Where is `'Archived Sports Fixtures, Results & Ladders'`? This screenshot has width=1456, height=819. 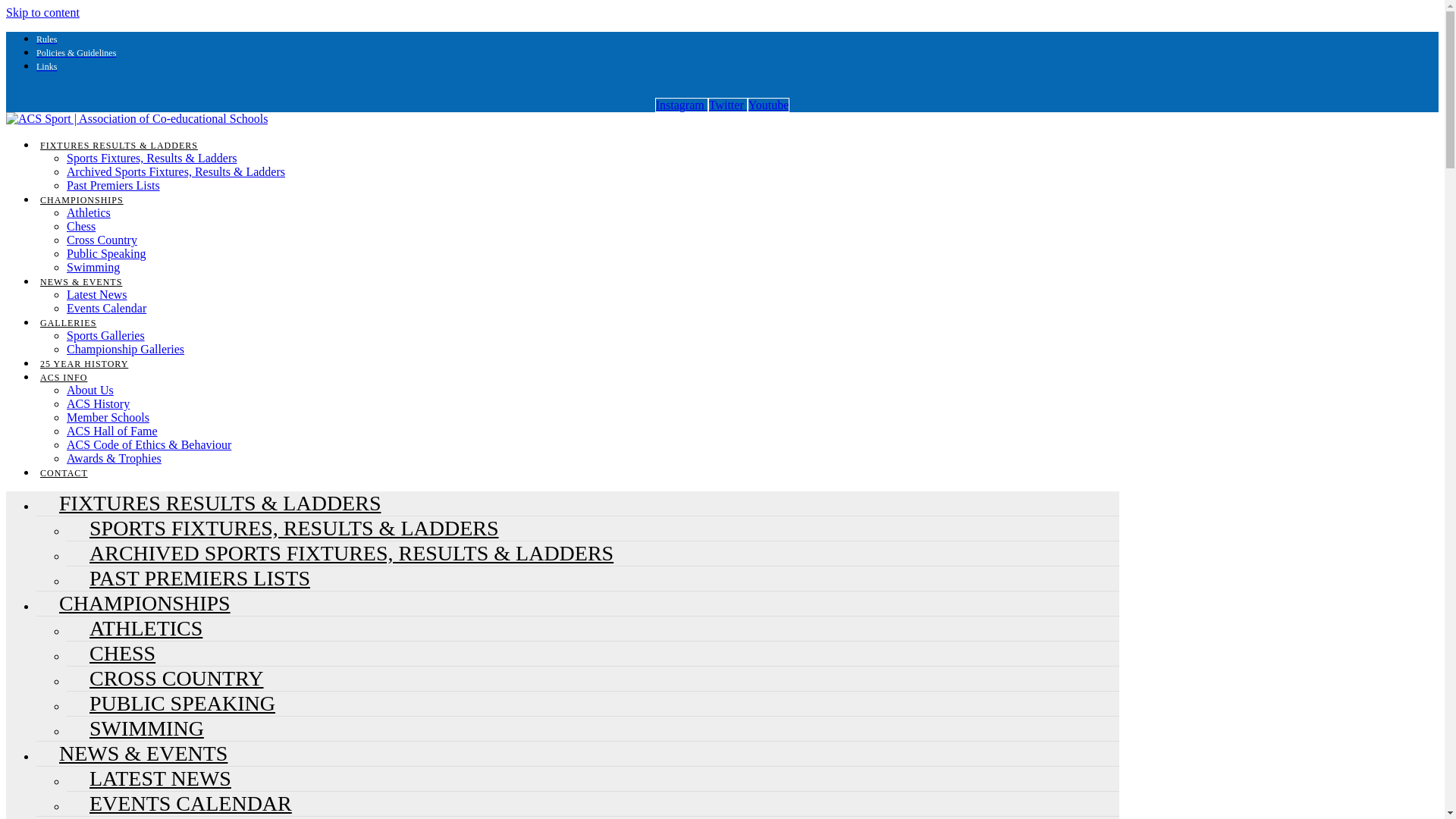
'Archived Sports Fixtures, Results & Ladders' is located at coordinates (175, 171).